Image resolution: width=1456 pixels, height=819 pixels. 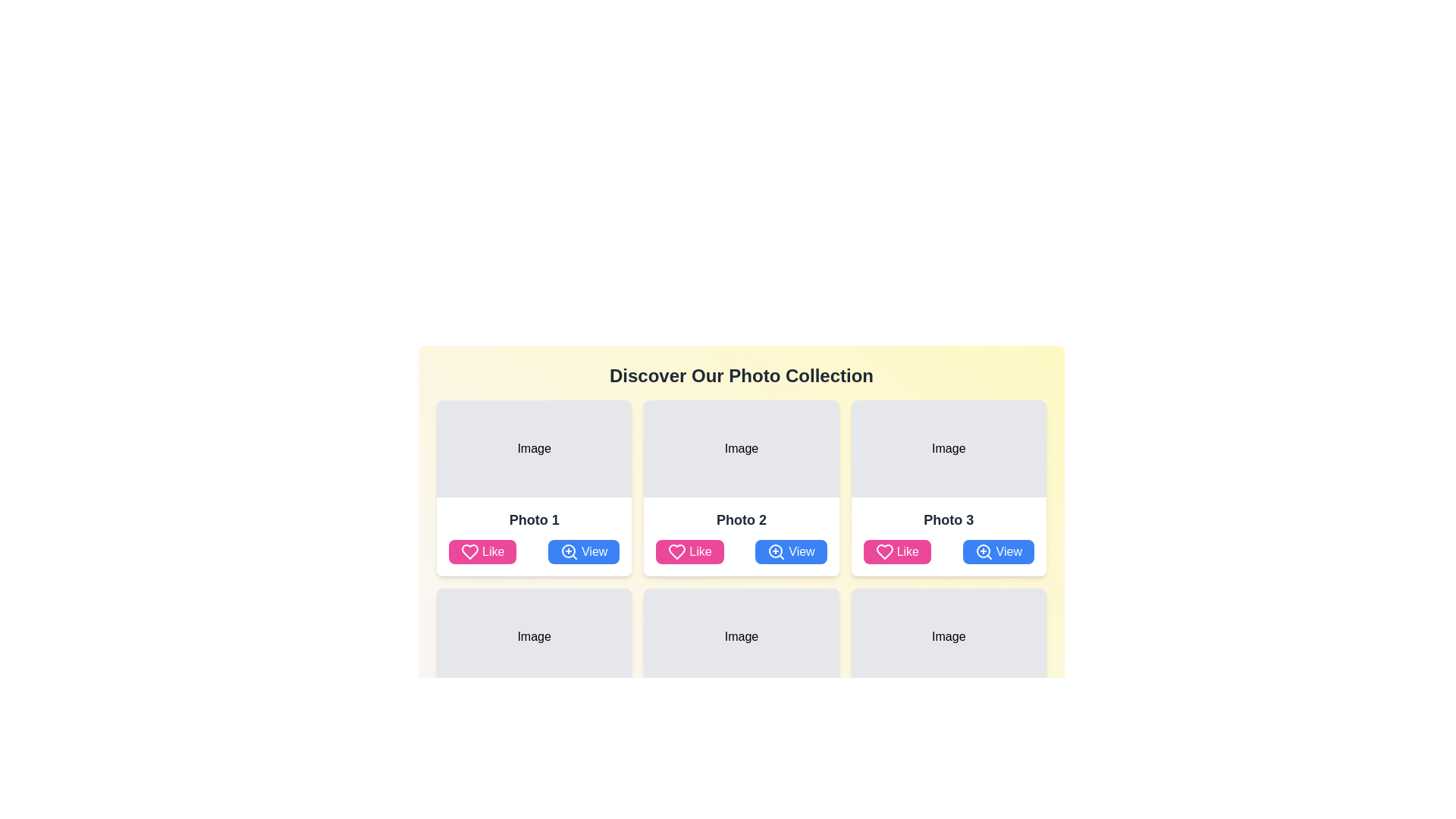 I want to click on the like button located below Photo 1 in the gallery layout to record your preference for the photo, so click(x=482, y=552).